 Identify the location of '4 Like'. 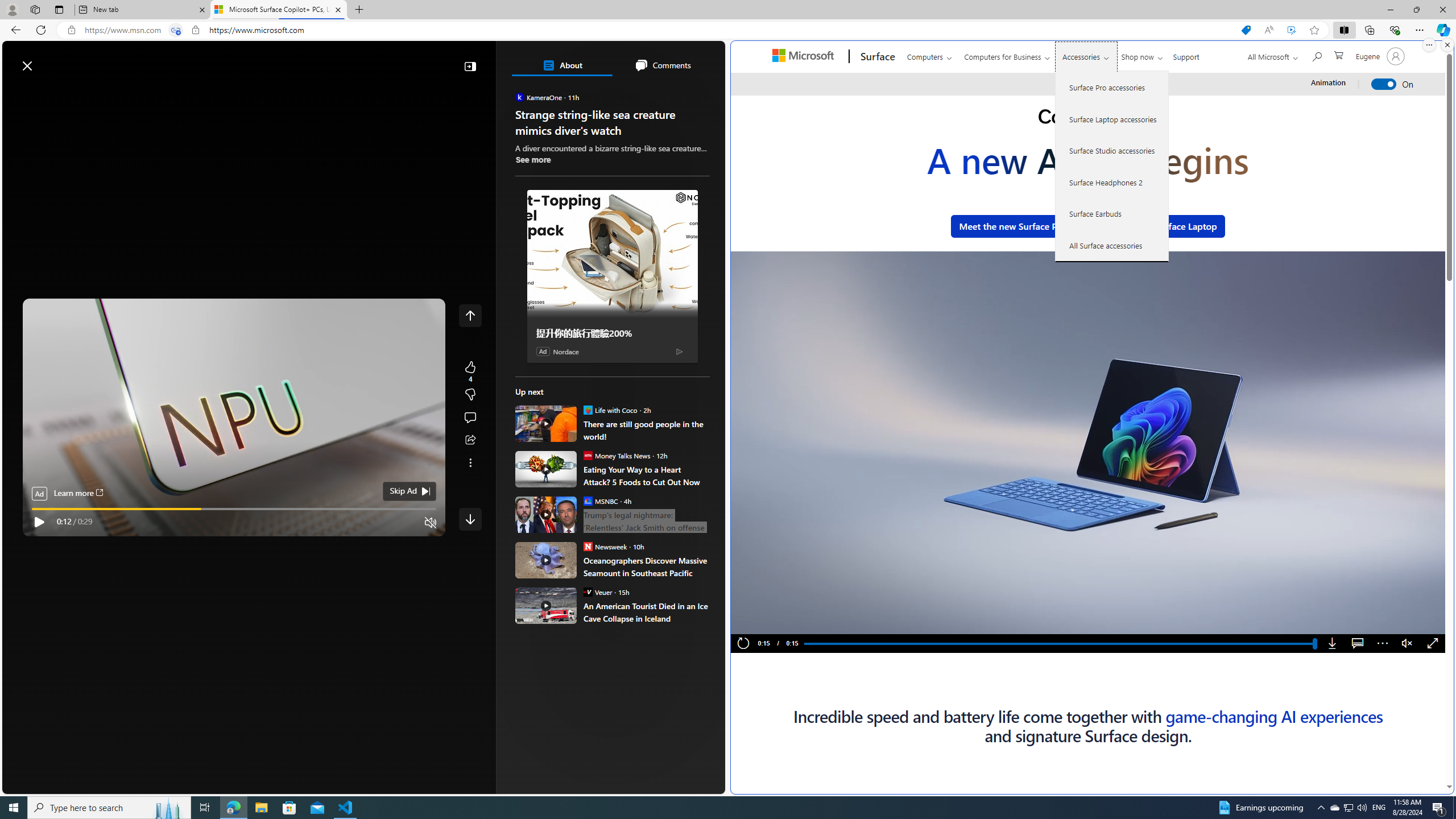
(470, 371).